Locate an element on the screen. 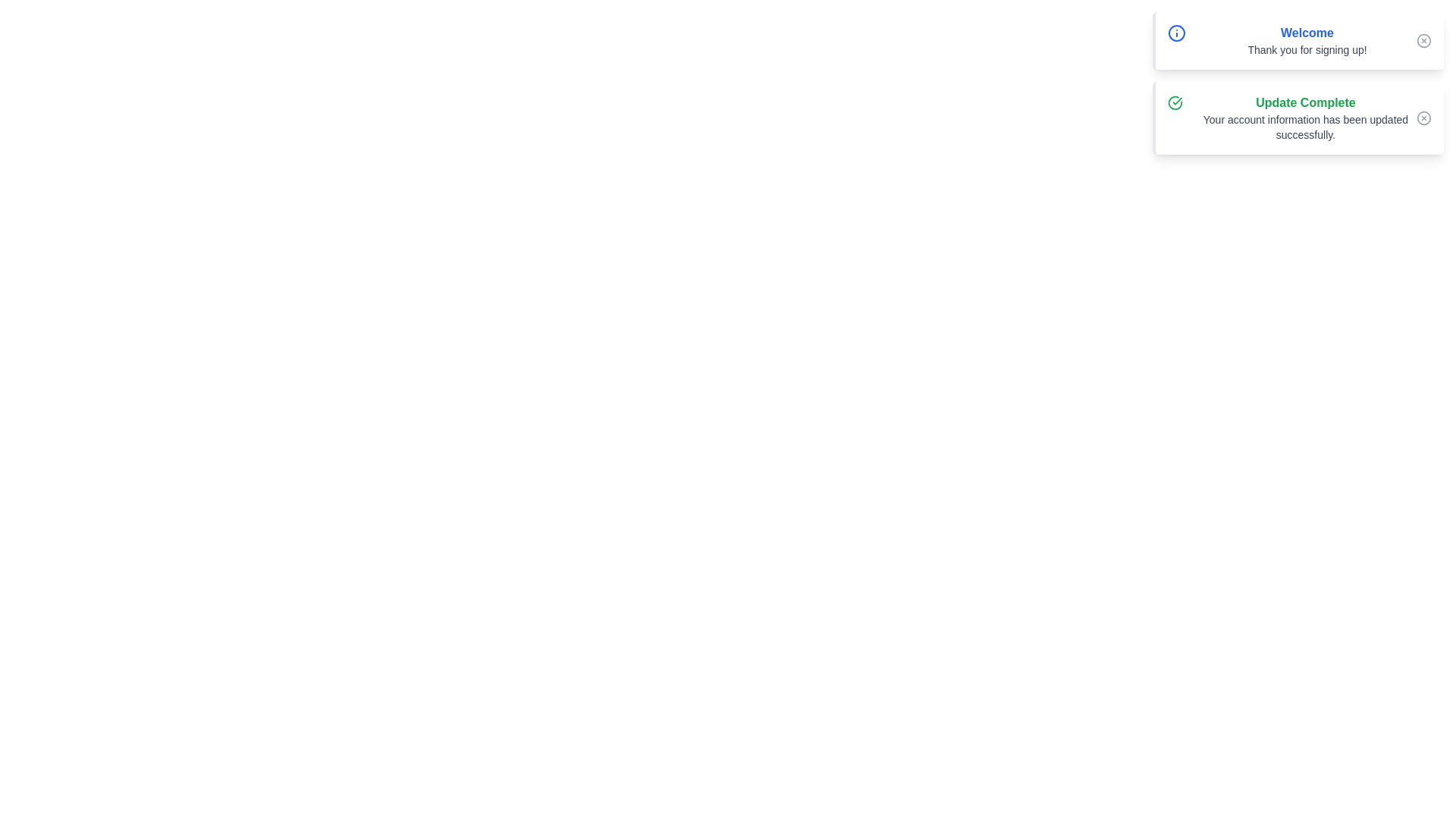 This screenshot has height=819, width=1456. the close button represented as a circular gray icon with an 'X' inside, located at the top-right corner of the 'Welcome' notification box is located at coordinates (1423, 40).